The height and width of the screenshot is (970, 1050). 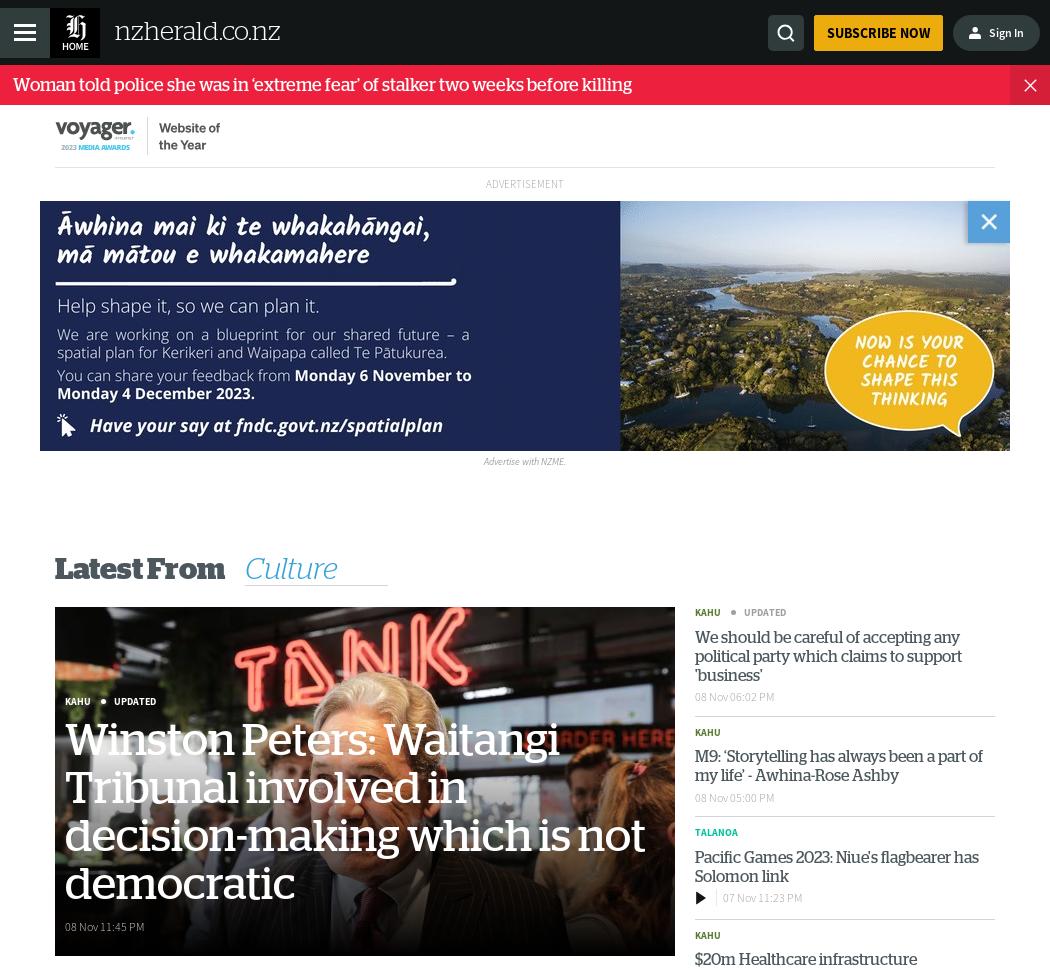 What do you see at coordinates (838, 765) in the screenshot?
I see `'M9: ‘Storytelling has always been a part of my life’ - Awhina-Rose Ashby'` at bounding box center [838, 765].